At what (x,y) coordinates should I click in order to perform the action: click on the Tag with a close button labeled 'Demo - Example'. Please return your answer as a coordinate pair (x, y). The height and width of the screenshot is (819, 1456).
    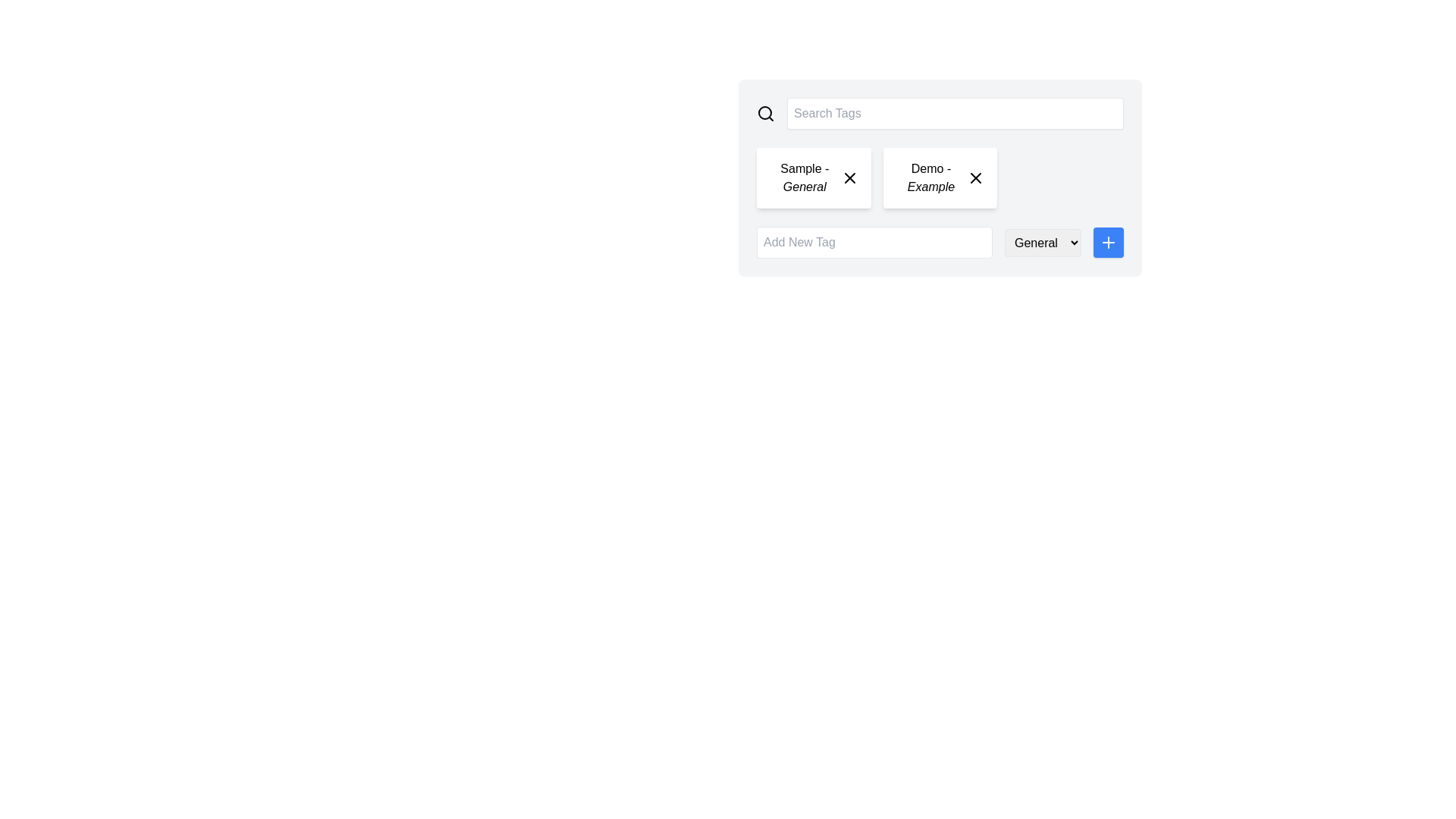
    Looking at the image, I should click on (939, 177).